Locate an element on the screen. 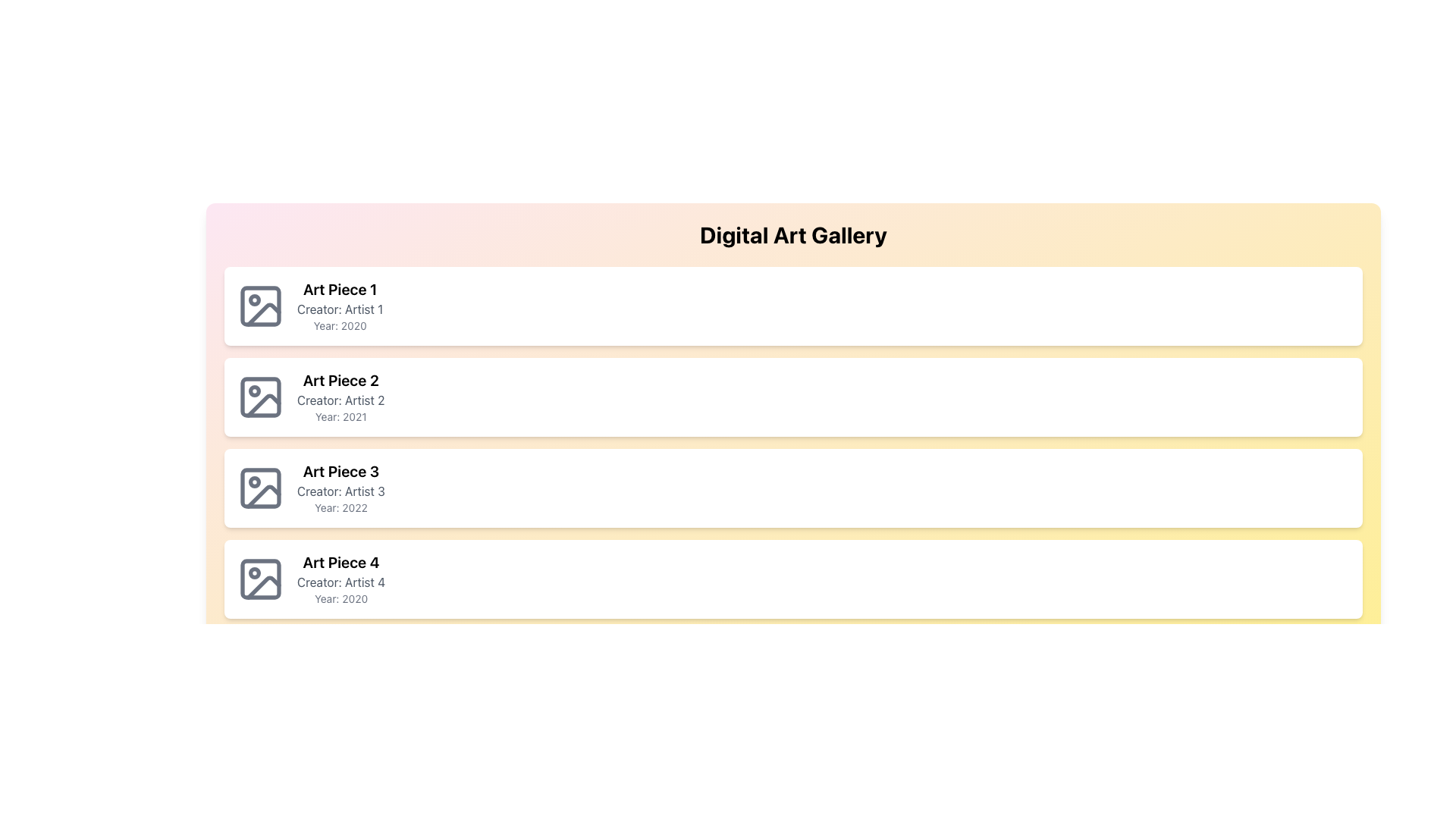  the title text of the second card in a vertical list within a structured card layout, which serves as a prominent label for the associated art piece is located at coordinates (340, 379).